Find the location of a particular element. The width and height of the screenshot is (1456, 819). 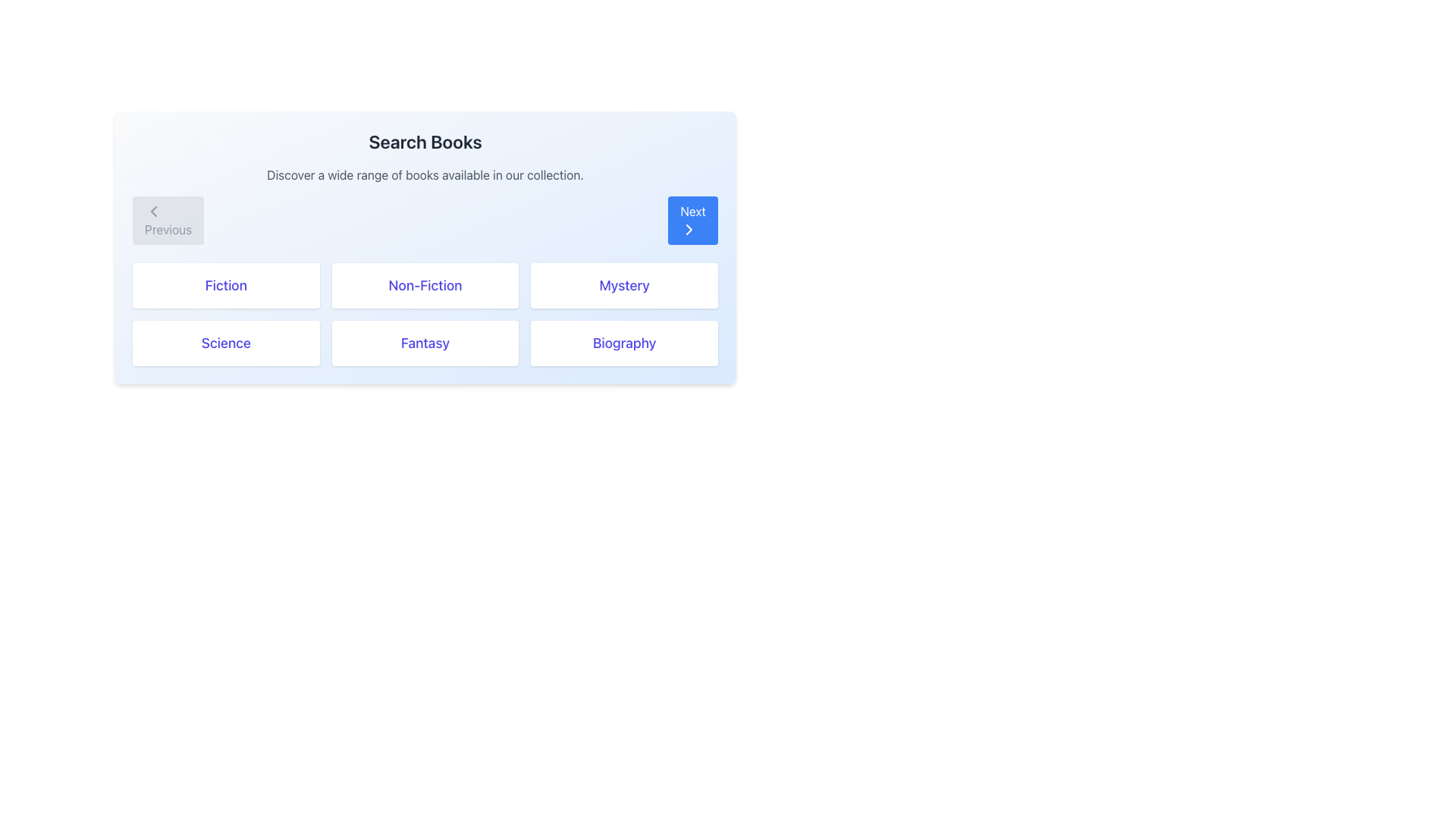

the 'Fantasy' category filter button, which is the second button in the second row of a 3x2 grid layout is located at coordinates (425, 343).